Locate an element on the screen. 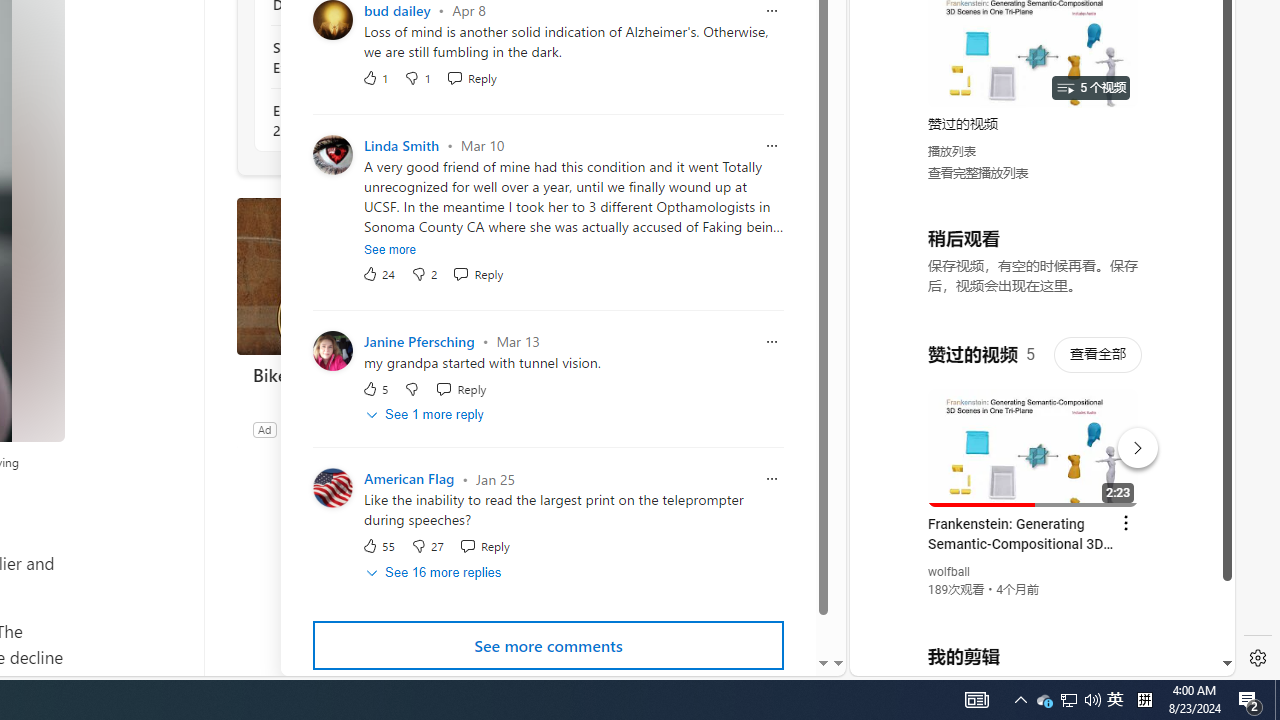 Image resolution: width=1280 pixels, height=720 pixels. 'wolfball' is located at coordinates (948, 572).